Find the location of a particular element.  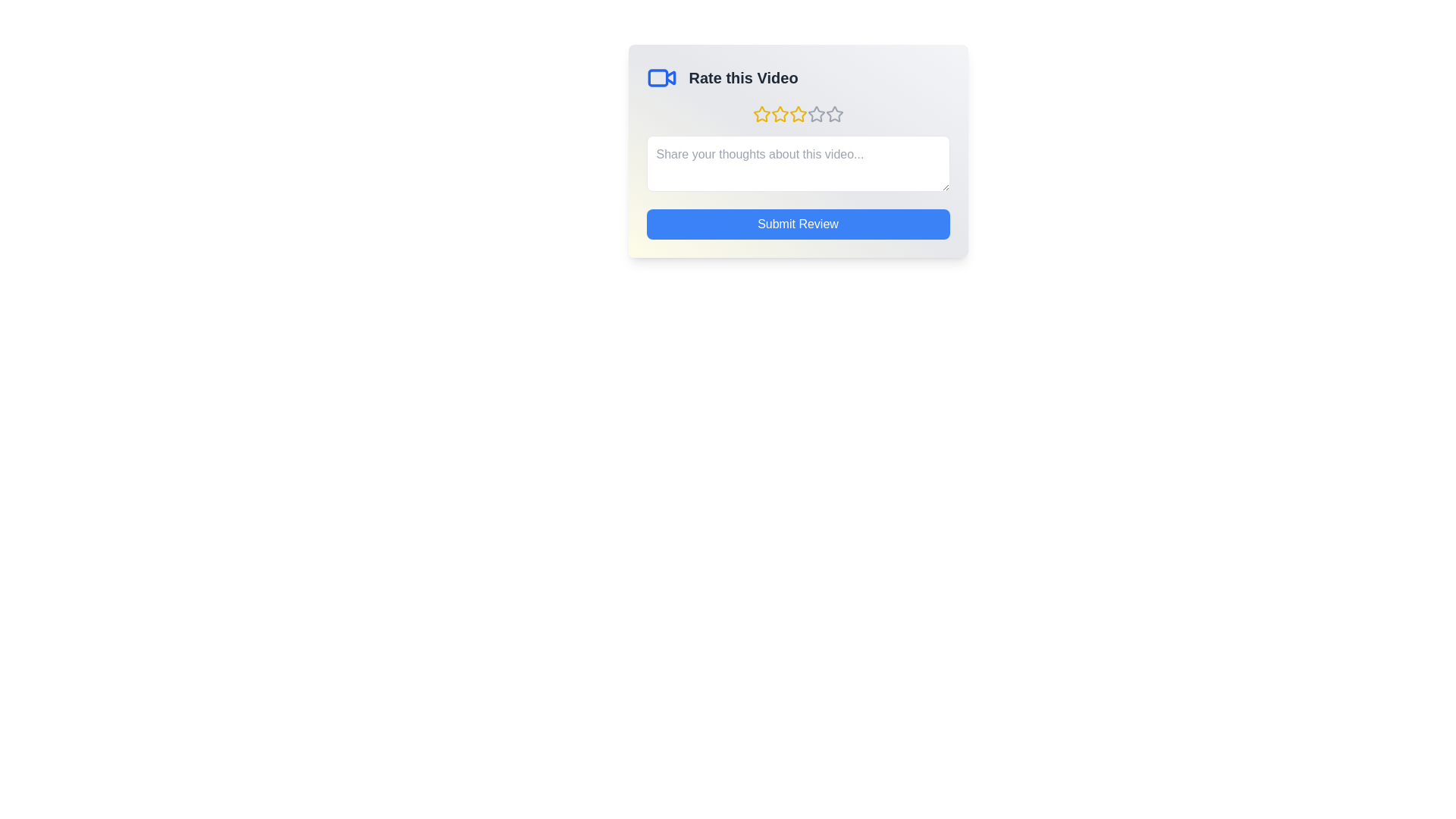

the rating to 1 stars by clicking on the respective star is located at coordinates (761, 113).